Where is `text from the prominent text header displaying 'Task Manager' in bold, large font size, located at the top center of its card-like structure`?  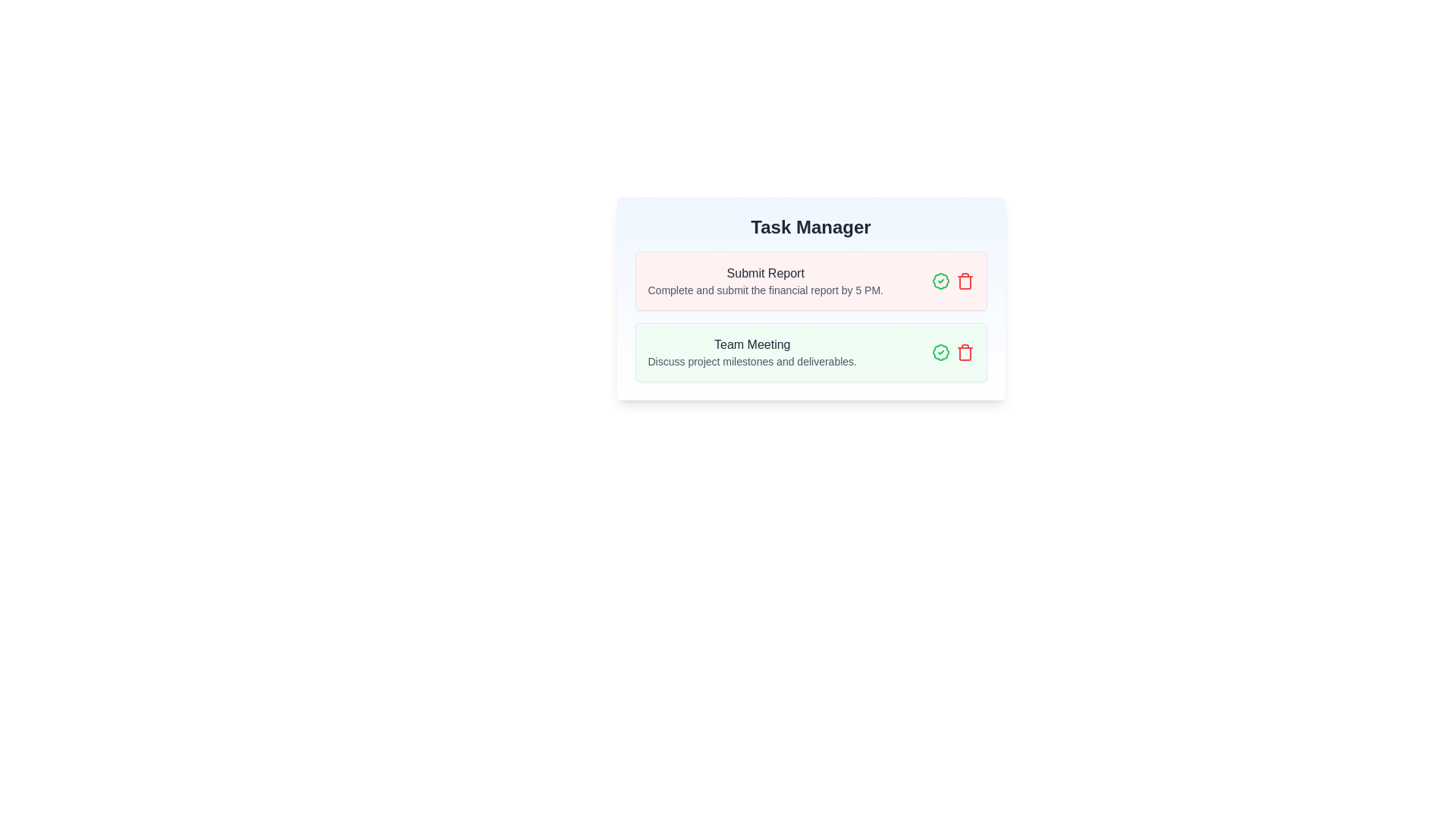 text from the prominent text header displaying 'Task Manager' in bold, large font size, located at the top center of its card-like structure is located at coordinates (810, 227).